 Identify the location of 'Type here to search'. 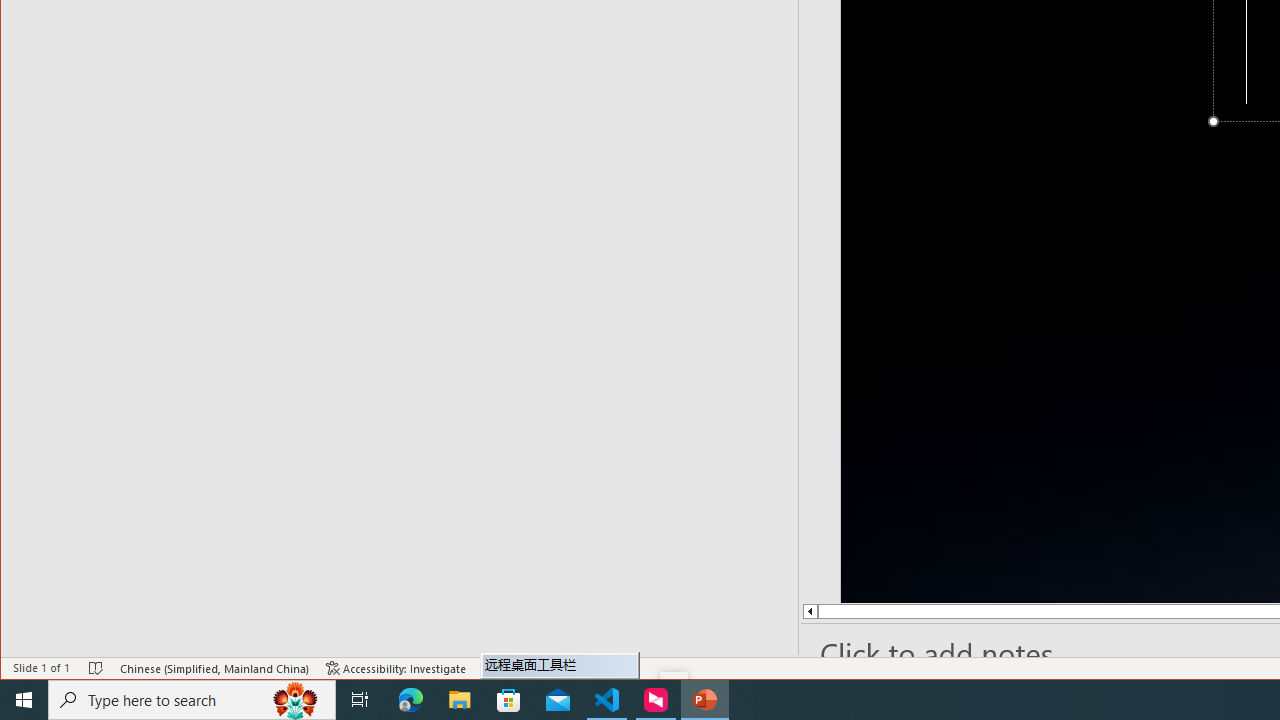
(192, 698).